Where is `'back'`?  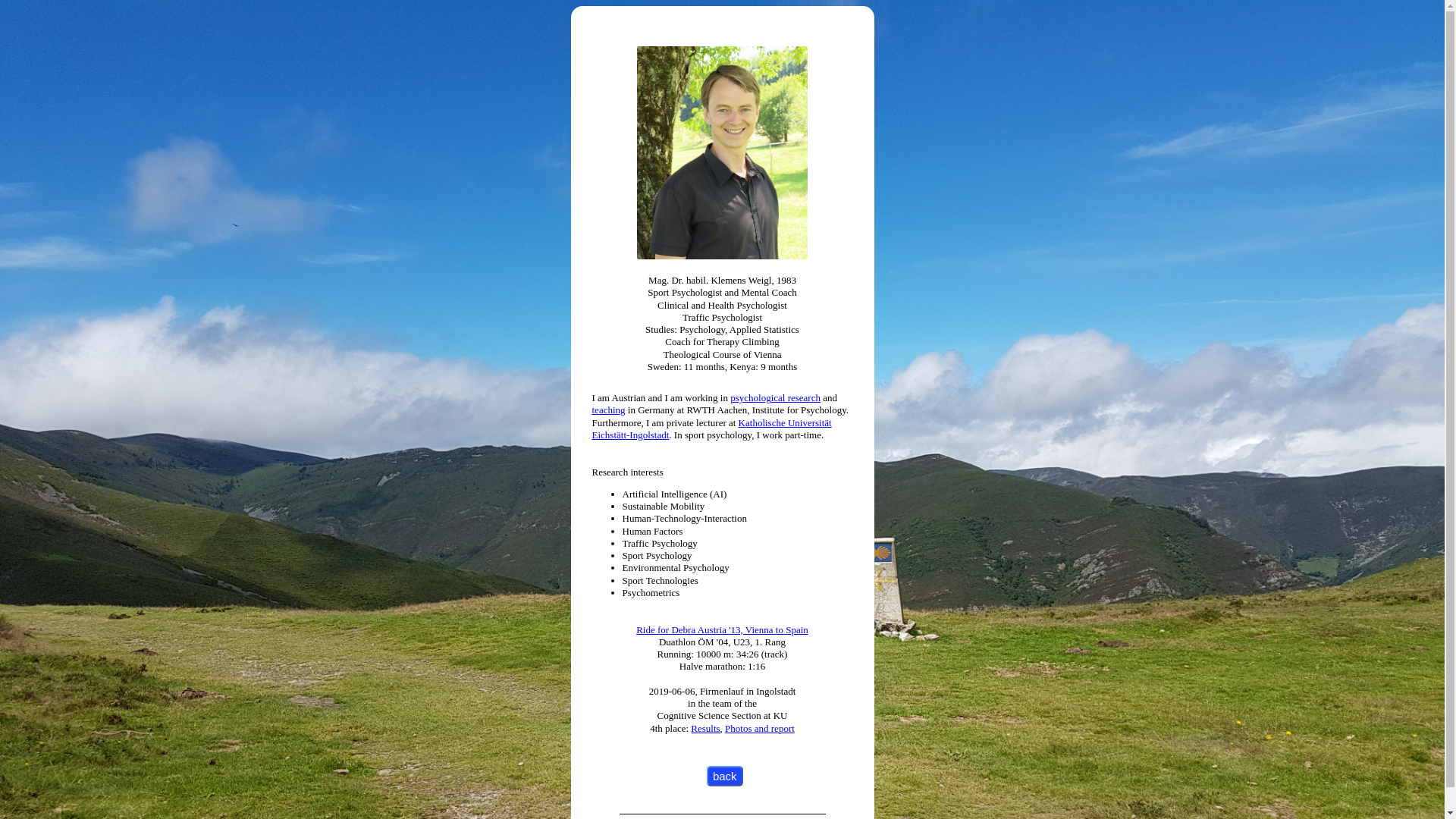
'back' is located at coordinates (723, 777).